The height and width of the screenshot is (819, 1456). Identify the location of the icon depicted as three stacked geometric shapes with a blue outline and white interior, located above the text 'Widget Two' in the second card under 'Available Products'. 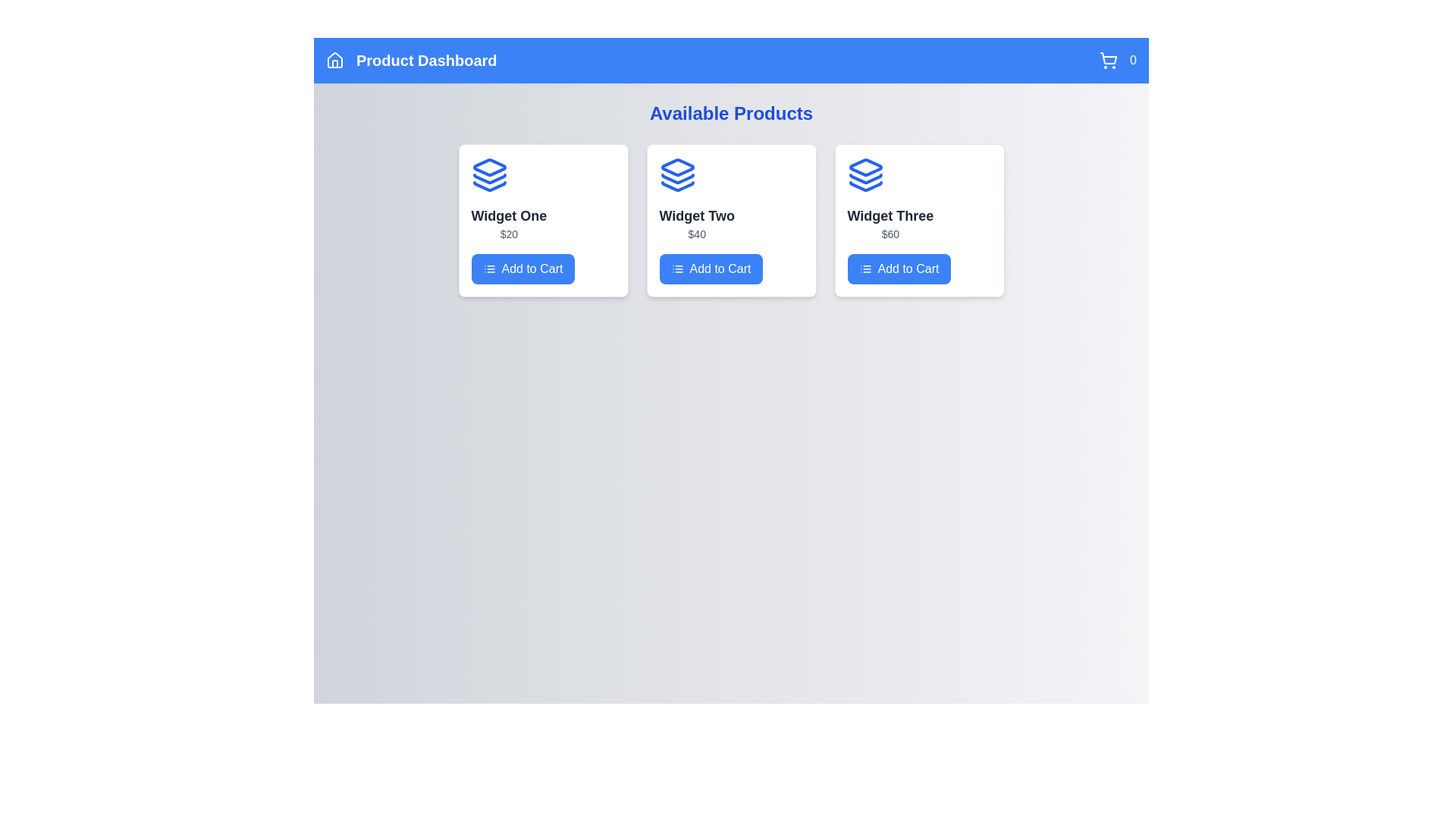
(676, 174).